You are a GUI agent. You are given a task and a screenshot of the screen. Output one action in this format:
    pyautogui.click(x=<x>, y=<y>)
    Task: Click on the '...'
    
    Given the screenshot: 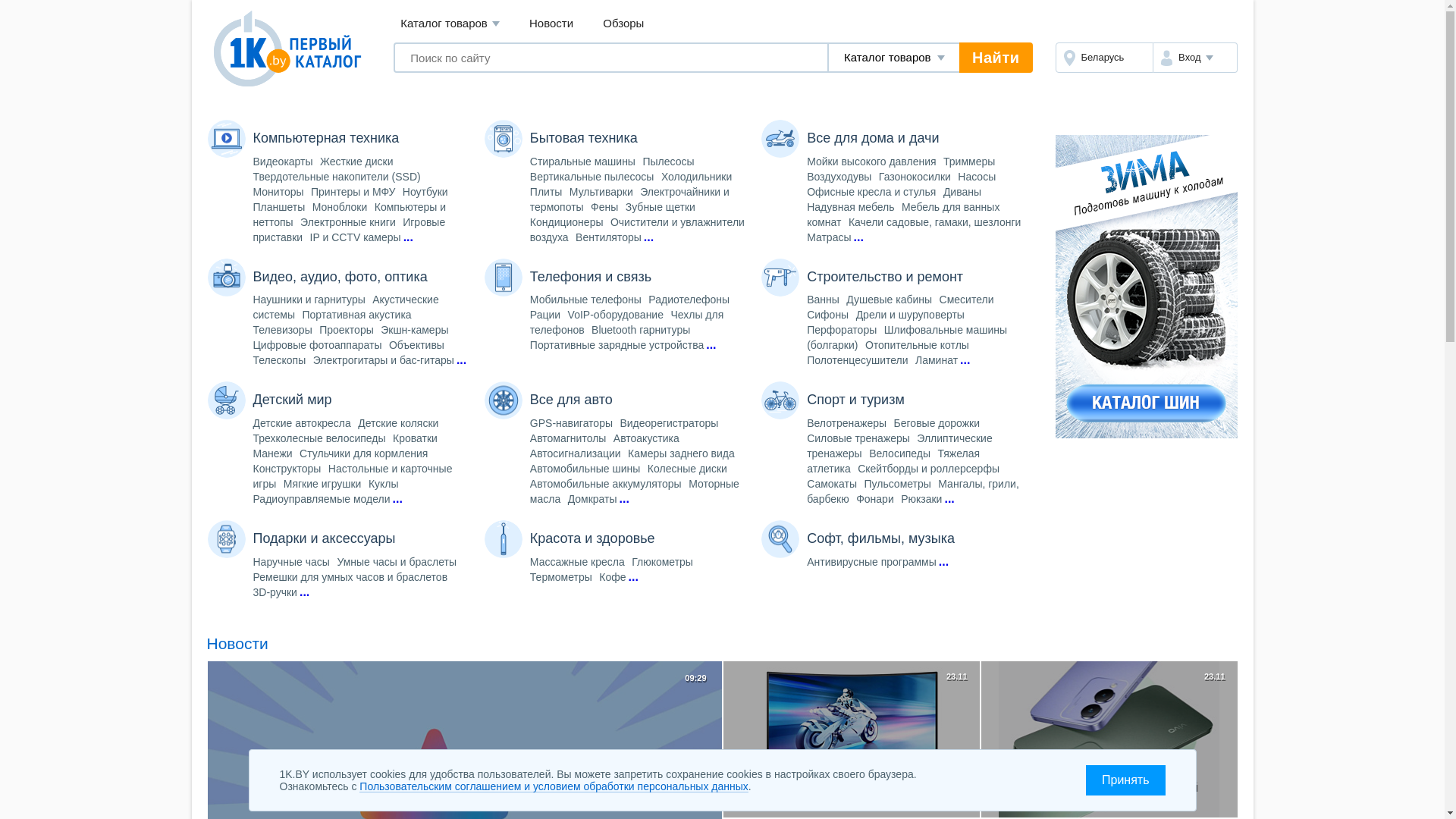 What is the action you would take?
    pyautogui.click(x=648, y=237)
    